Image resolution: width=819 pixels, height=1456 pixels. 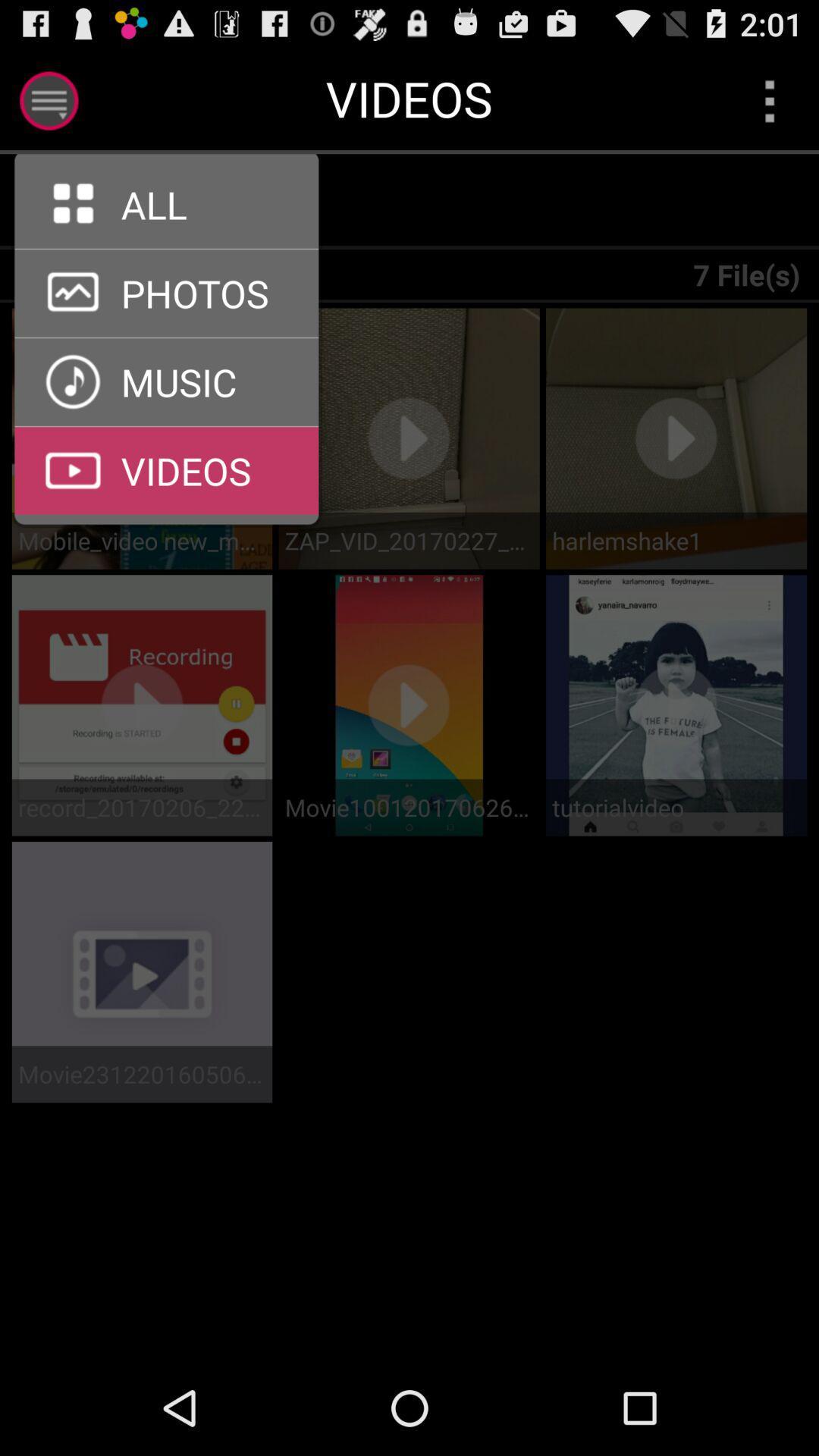 I want to click on show menu, so click(x=48, y=100).